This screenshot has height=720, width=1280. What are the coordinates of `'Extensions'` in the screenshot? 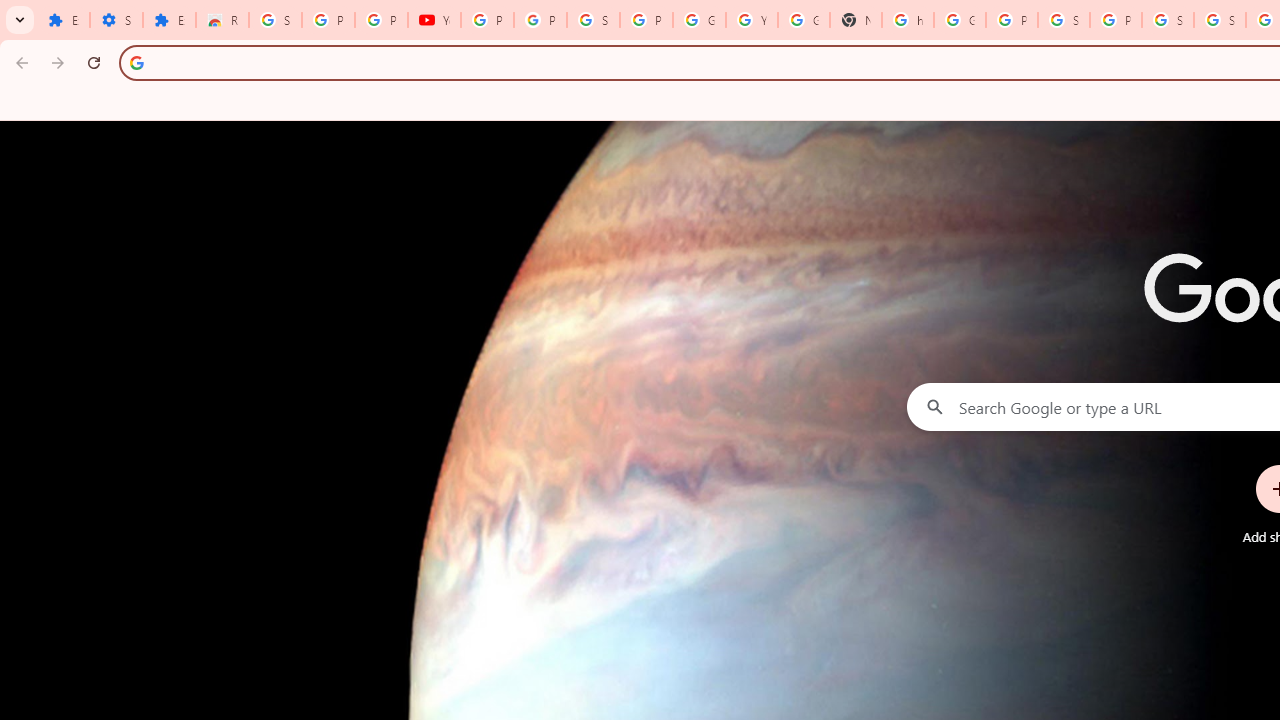 It's located at (63, 20).